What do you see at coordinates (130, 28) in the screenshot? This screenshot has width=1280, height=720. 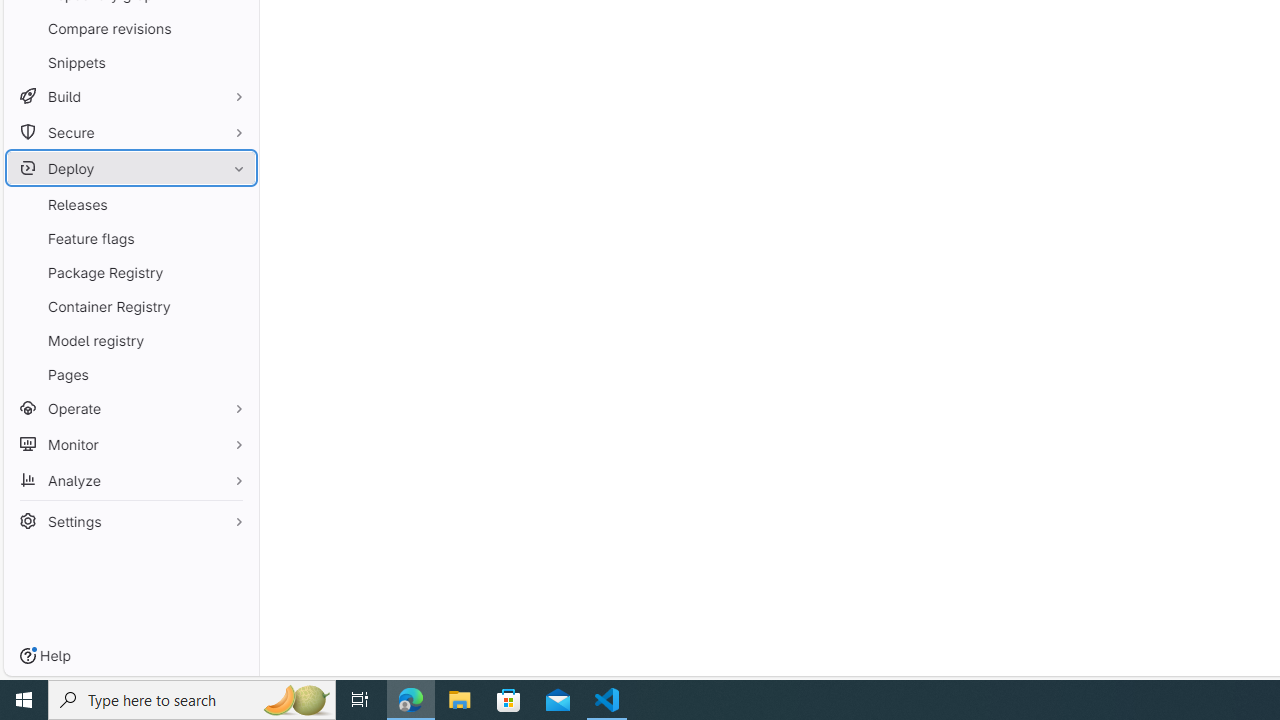 I see `'Compare revisions'` at bounding box center [130, 28].